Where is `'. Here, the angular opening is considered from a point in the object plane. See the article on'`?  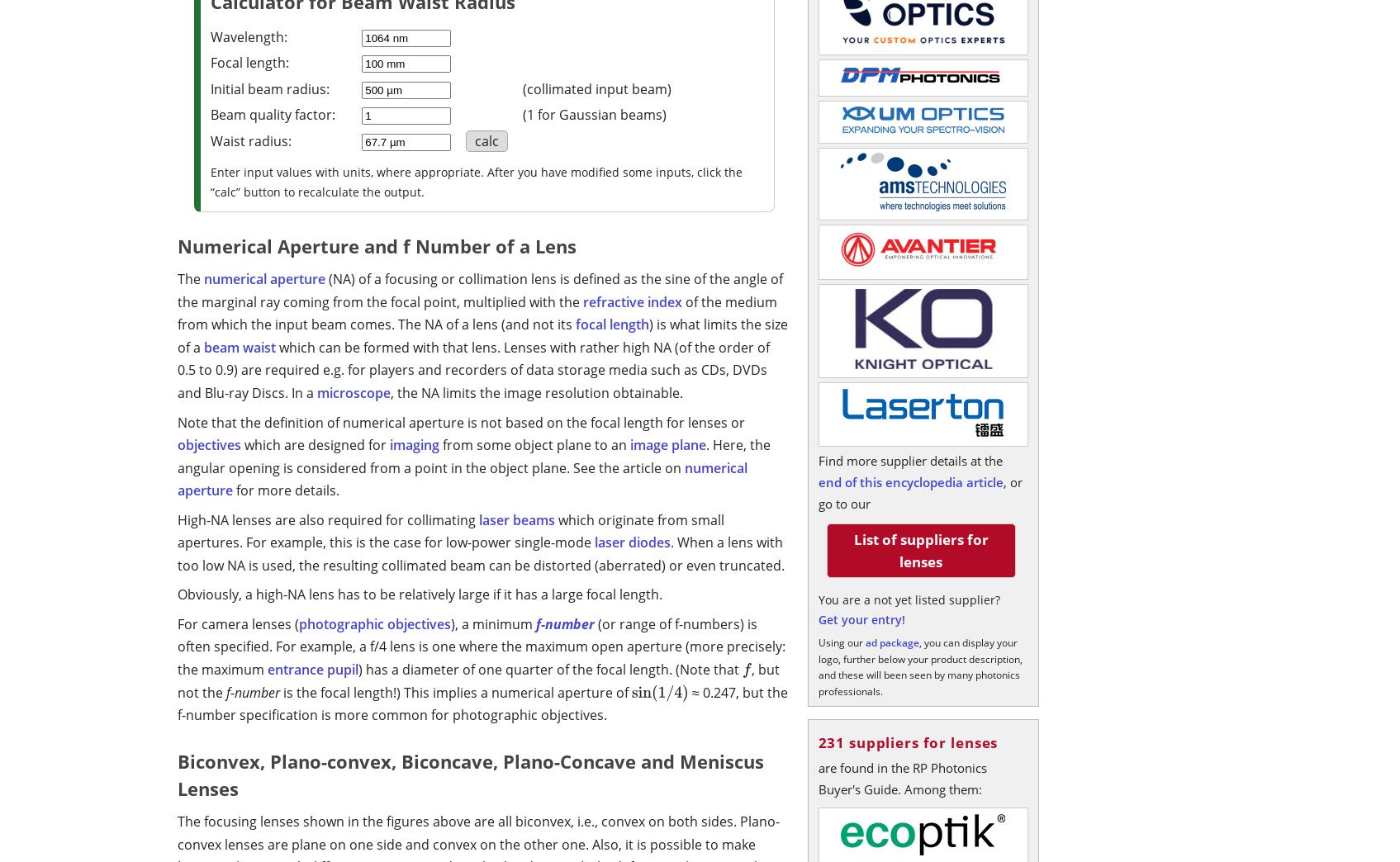 '. Here, the angular opening is considered from a point in the object plane. See the article on' is located at coordinates (473, 455).